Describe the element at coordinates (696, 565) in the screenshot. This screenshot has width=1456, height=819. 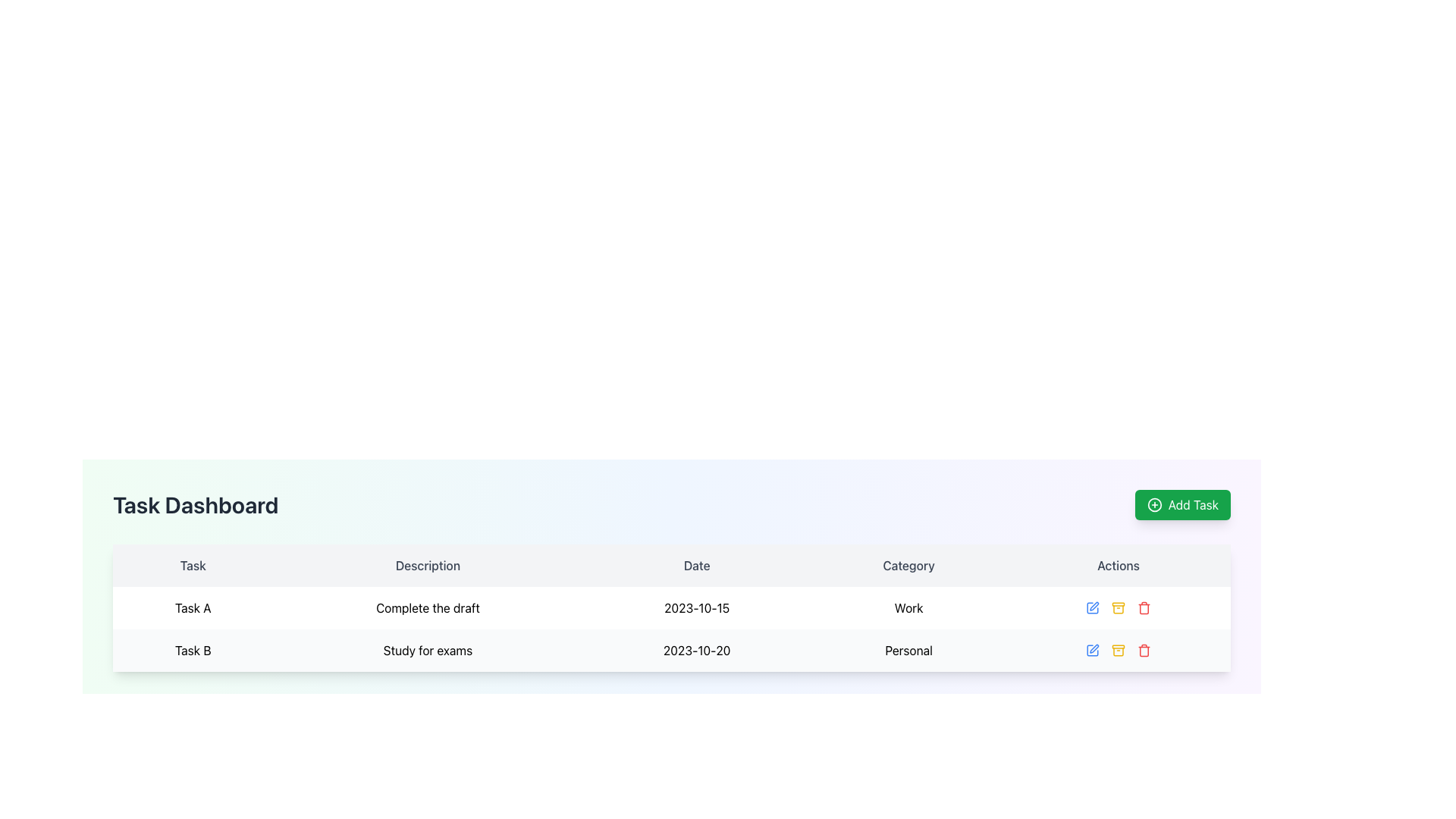
I see `the 'Date' table header, which is the third column header in a row of five, positioned between 'Description' and 'Category'` at that location.